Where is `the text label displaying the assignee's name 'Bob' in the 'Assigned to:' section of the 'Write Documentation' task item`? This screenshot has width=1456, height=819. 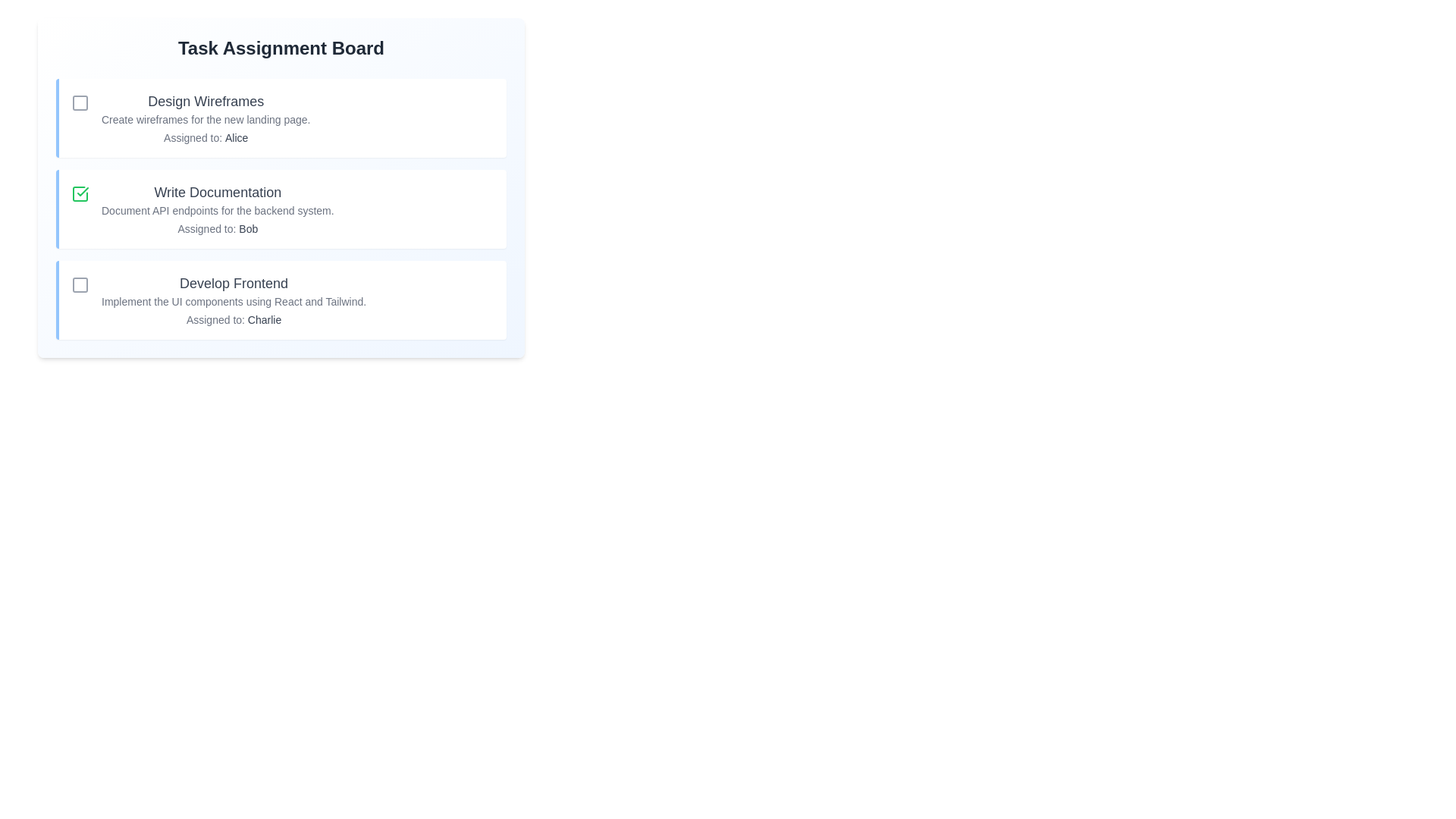
the text label displaying the assignee's name 'Bob' in the 'Assigned to:' section of the 'Write Documentation' task item is located at coordinates (248, 228).